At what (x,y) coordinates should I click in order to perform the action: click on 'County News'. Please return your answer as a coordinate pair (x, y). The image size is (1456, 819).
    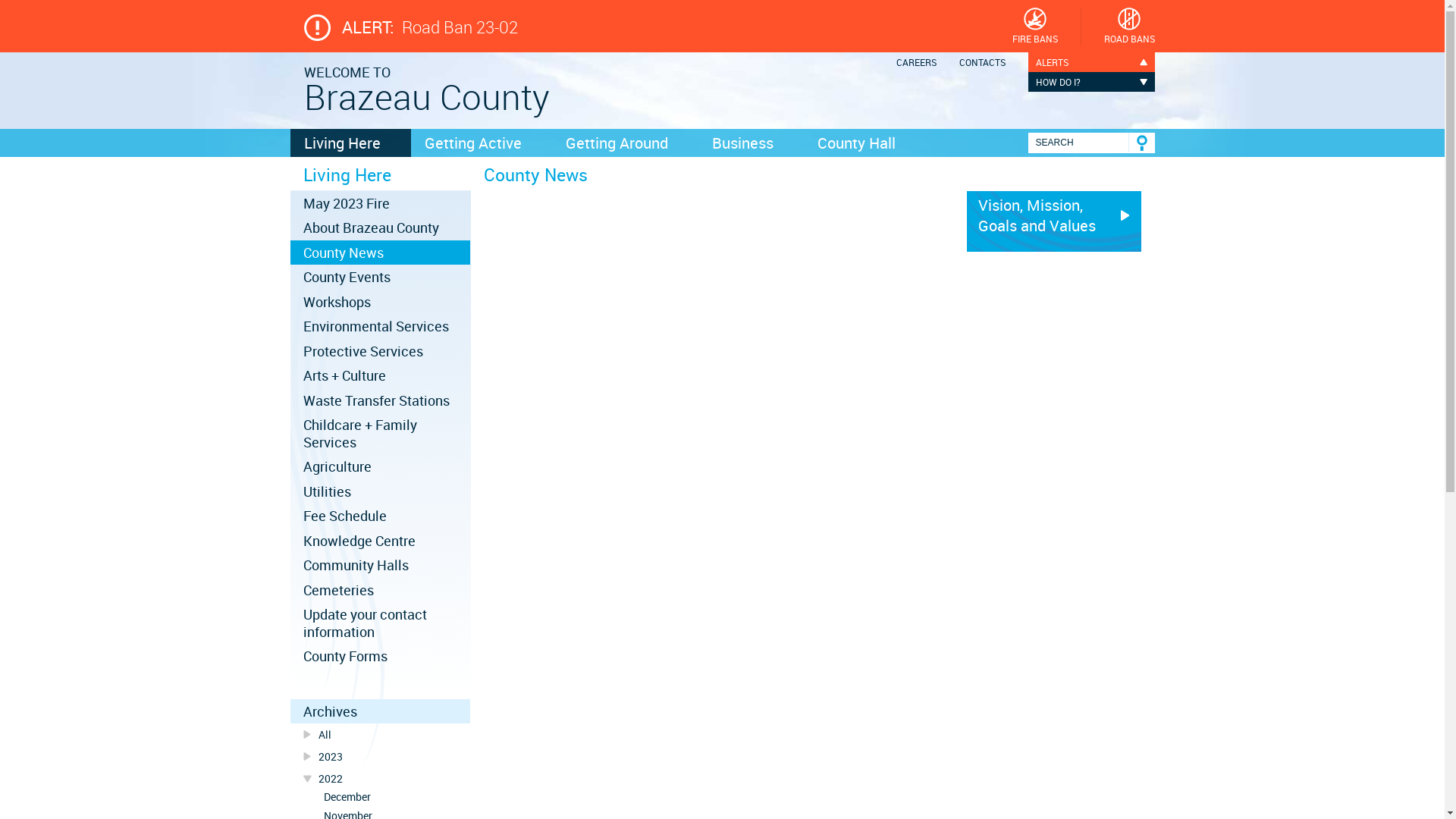
    Looking at the image, I should click on (379, 251).